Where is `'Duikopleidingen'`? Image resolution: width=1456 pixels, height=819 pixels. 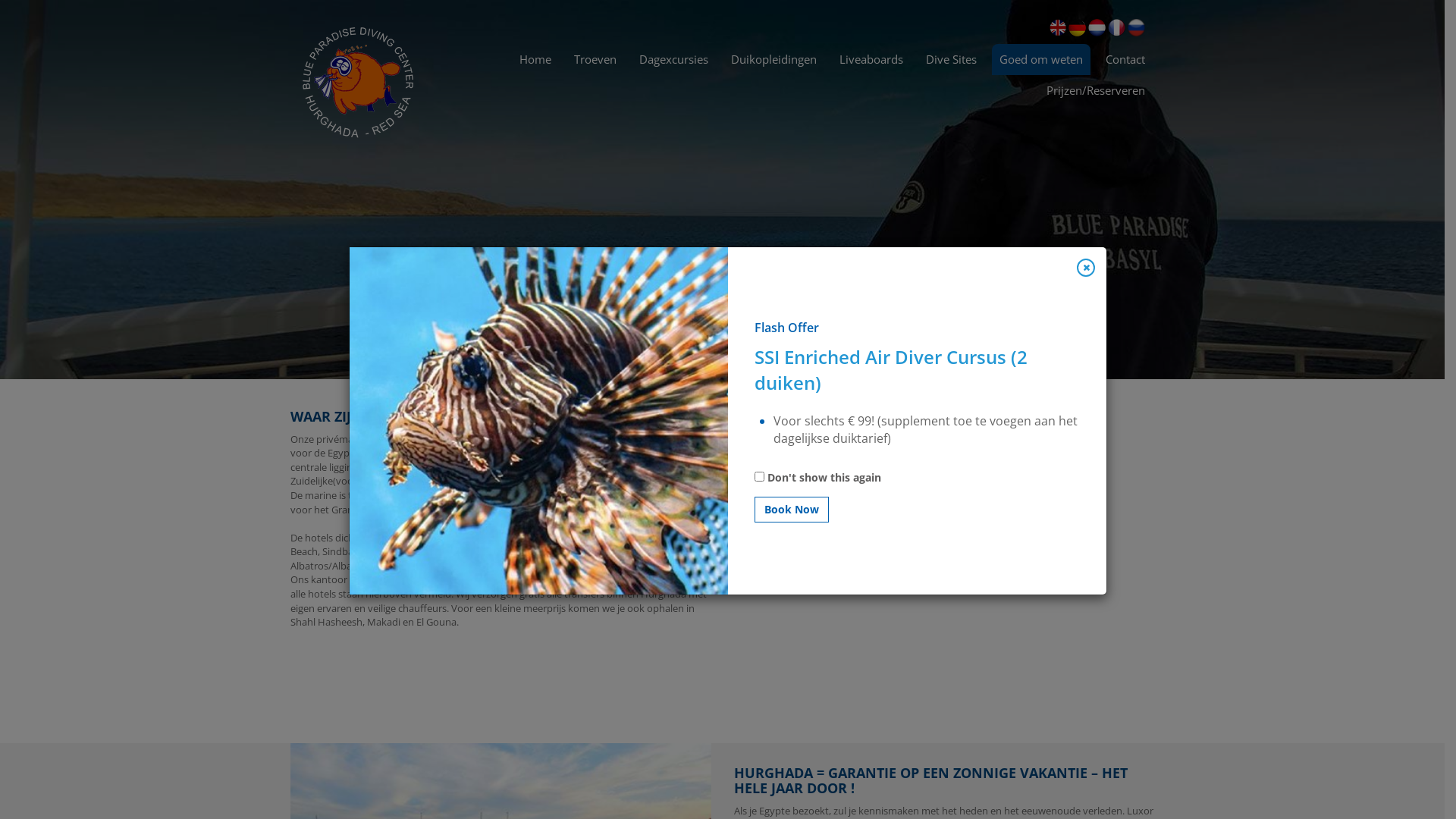 'Duikopleidingen' is located at coordinates (773, 58).